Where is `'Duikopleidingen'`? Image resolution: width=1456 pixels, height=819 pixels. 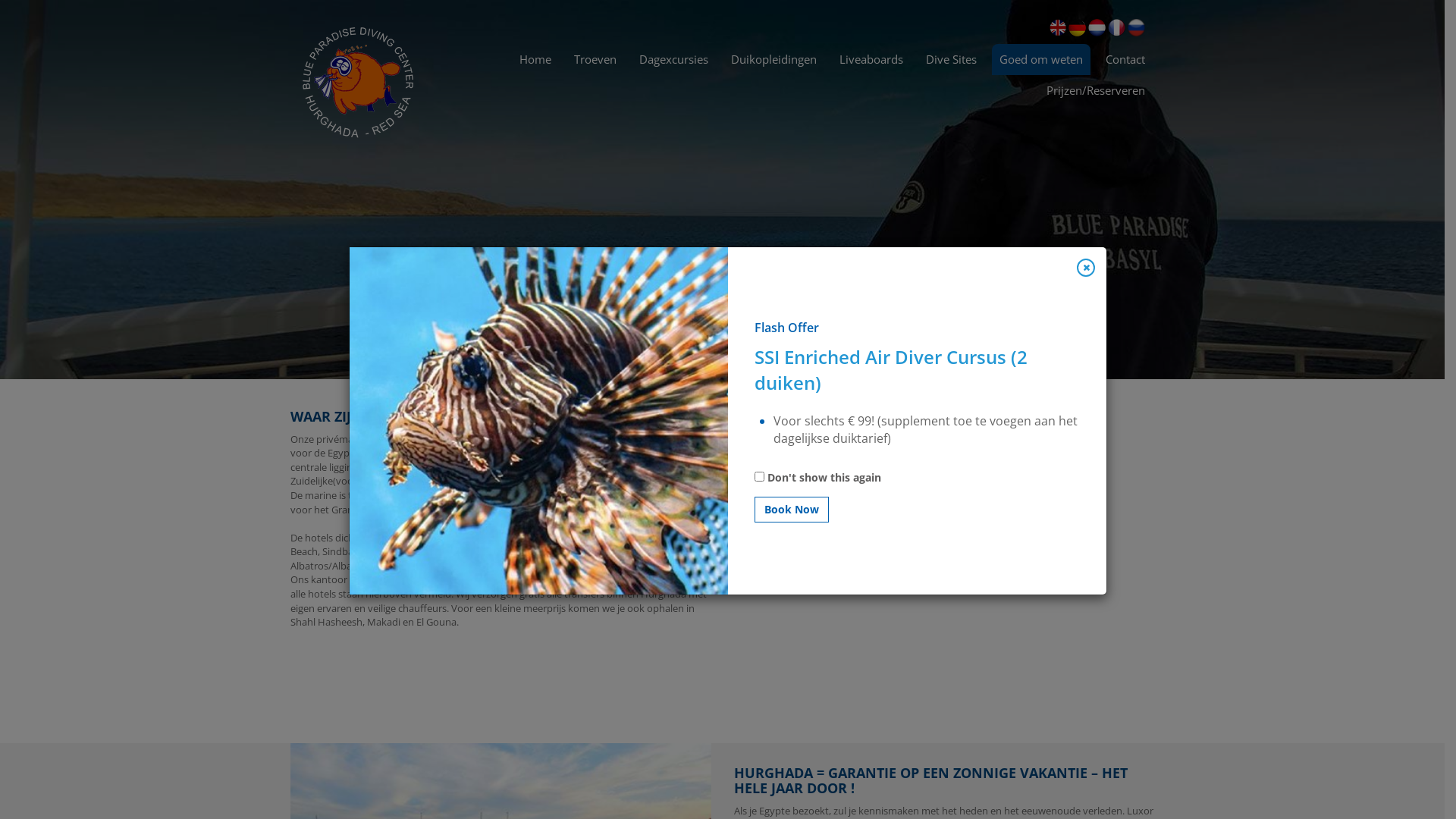 'Duikopleidingen' is located at coordinates (773, 58).